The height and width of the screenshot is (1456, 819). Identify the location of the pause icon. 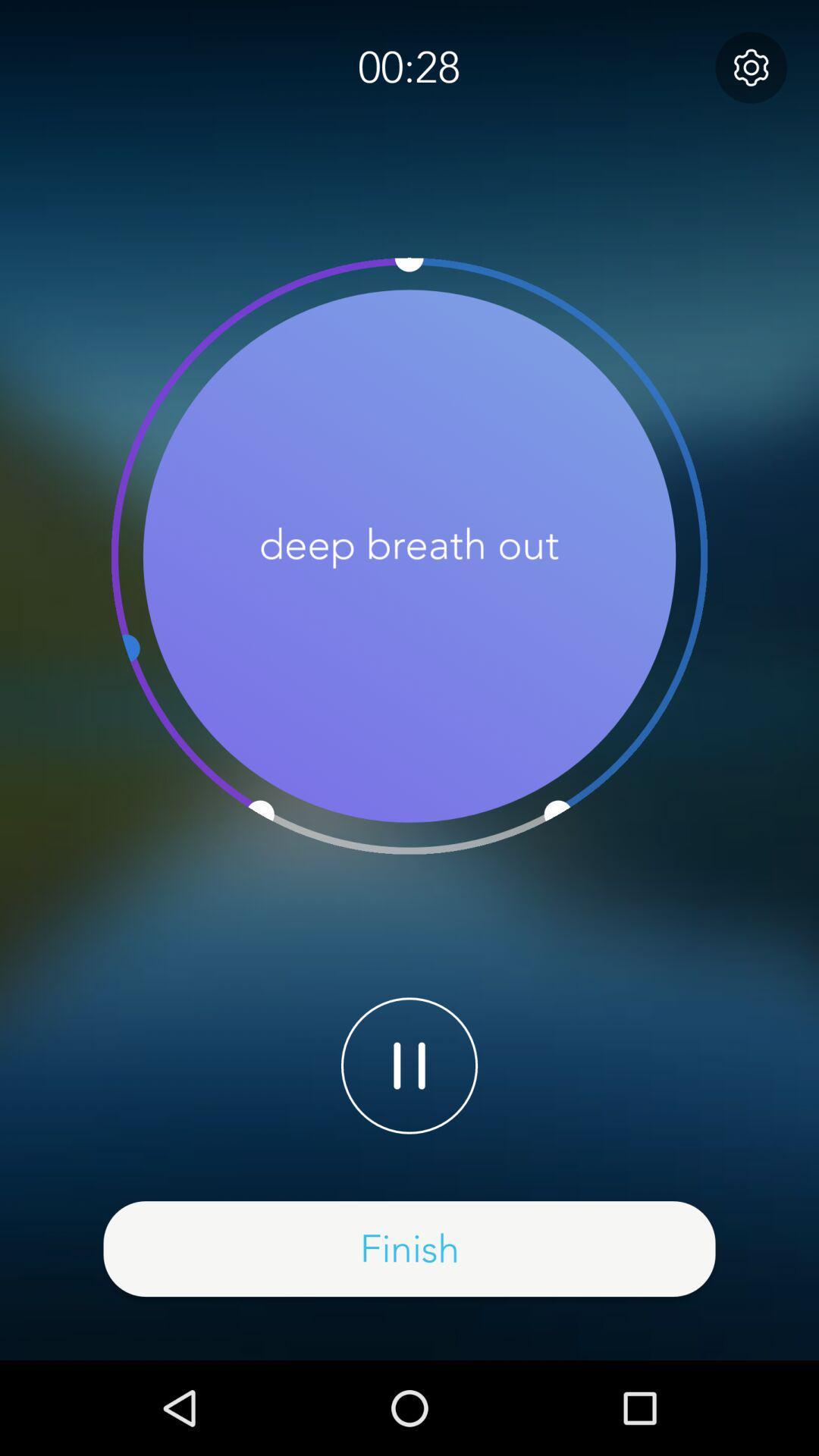
(409, 1065).